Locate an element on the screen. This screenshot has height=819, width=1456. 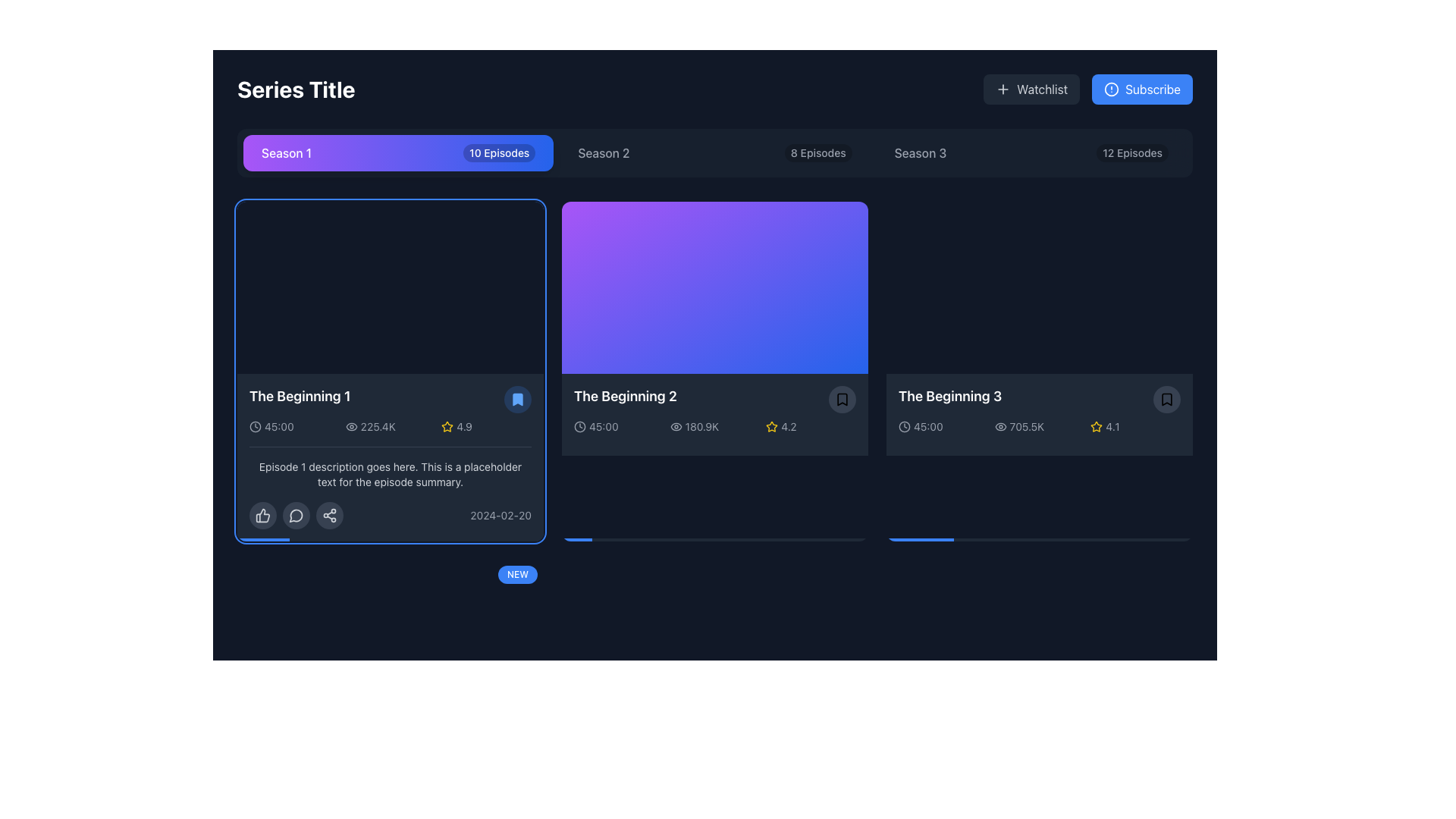
progress level is located at coordinates (1036, 539).